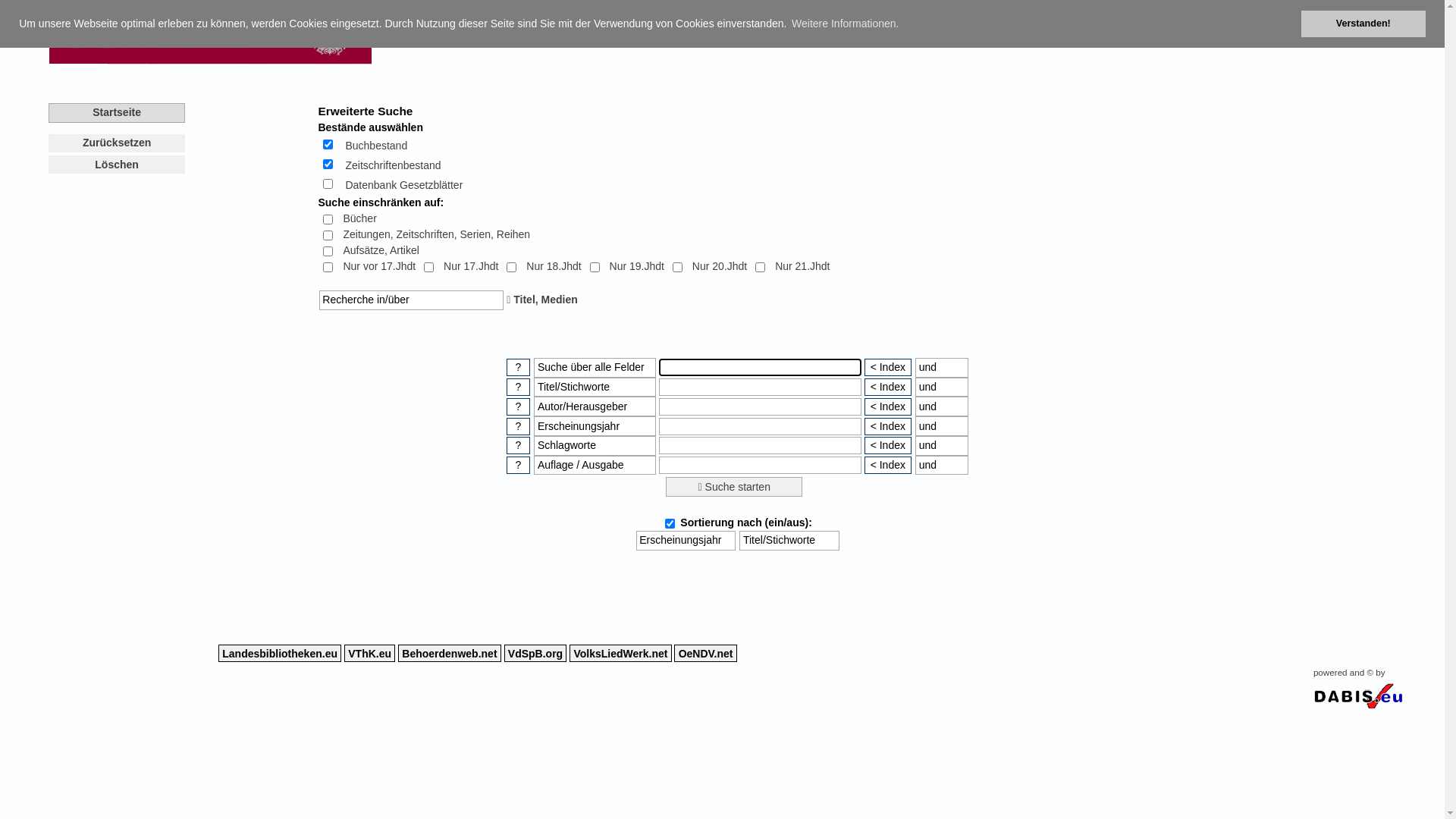 The image size is (1456, 819). I want to click on 'Weitere Informationen.', so click(844, 24).